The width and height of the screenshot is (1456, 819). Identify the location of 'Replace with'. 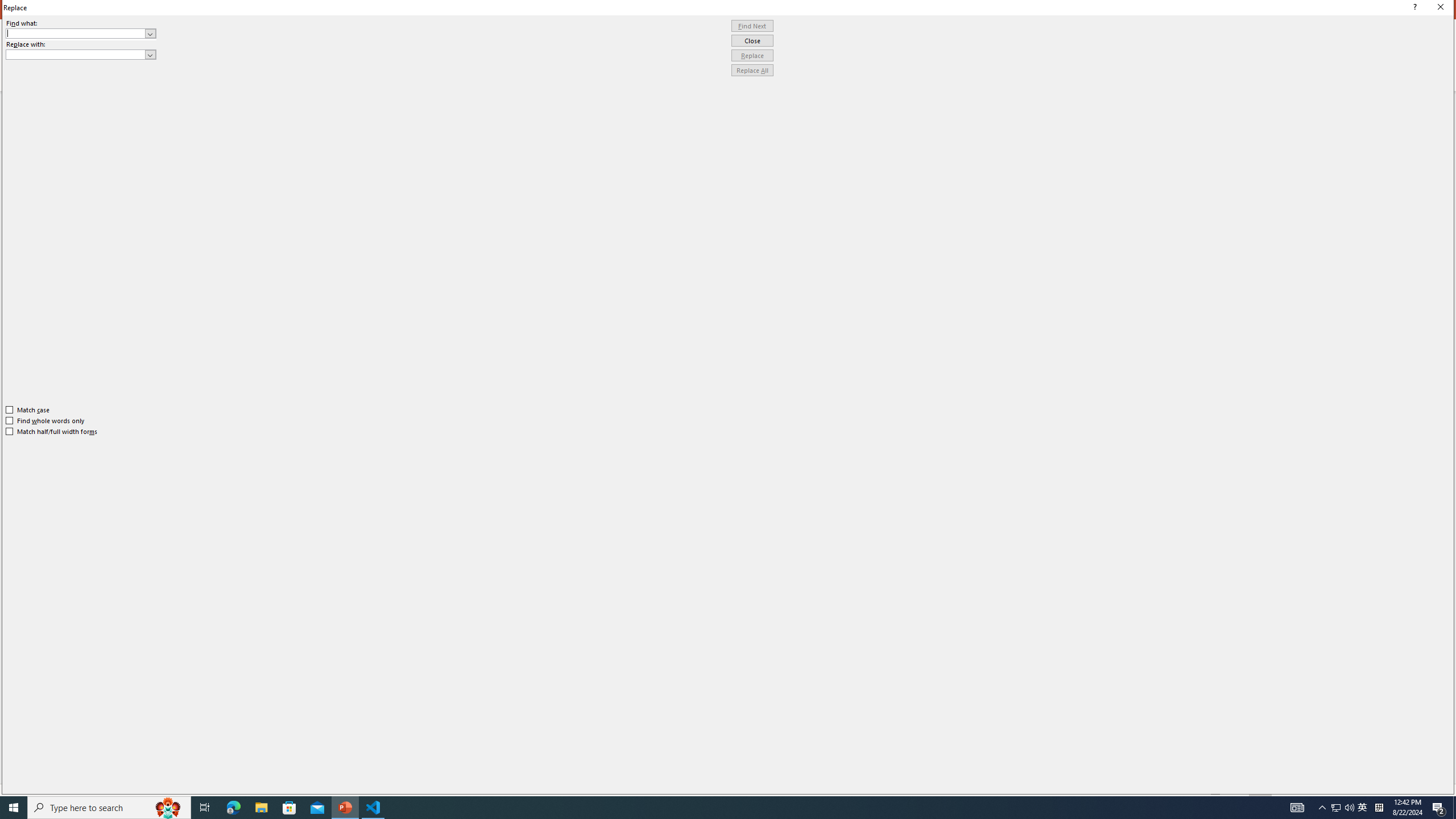
(76, 54).